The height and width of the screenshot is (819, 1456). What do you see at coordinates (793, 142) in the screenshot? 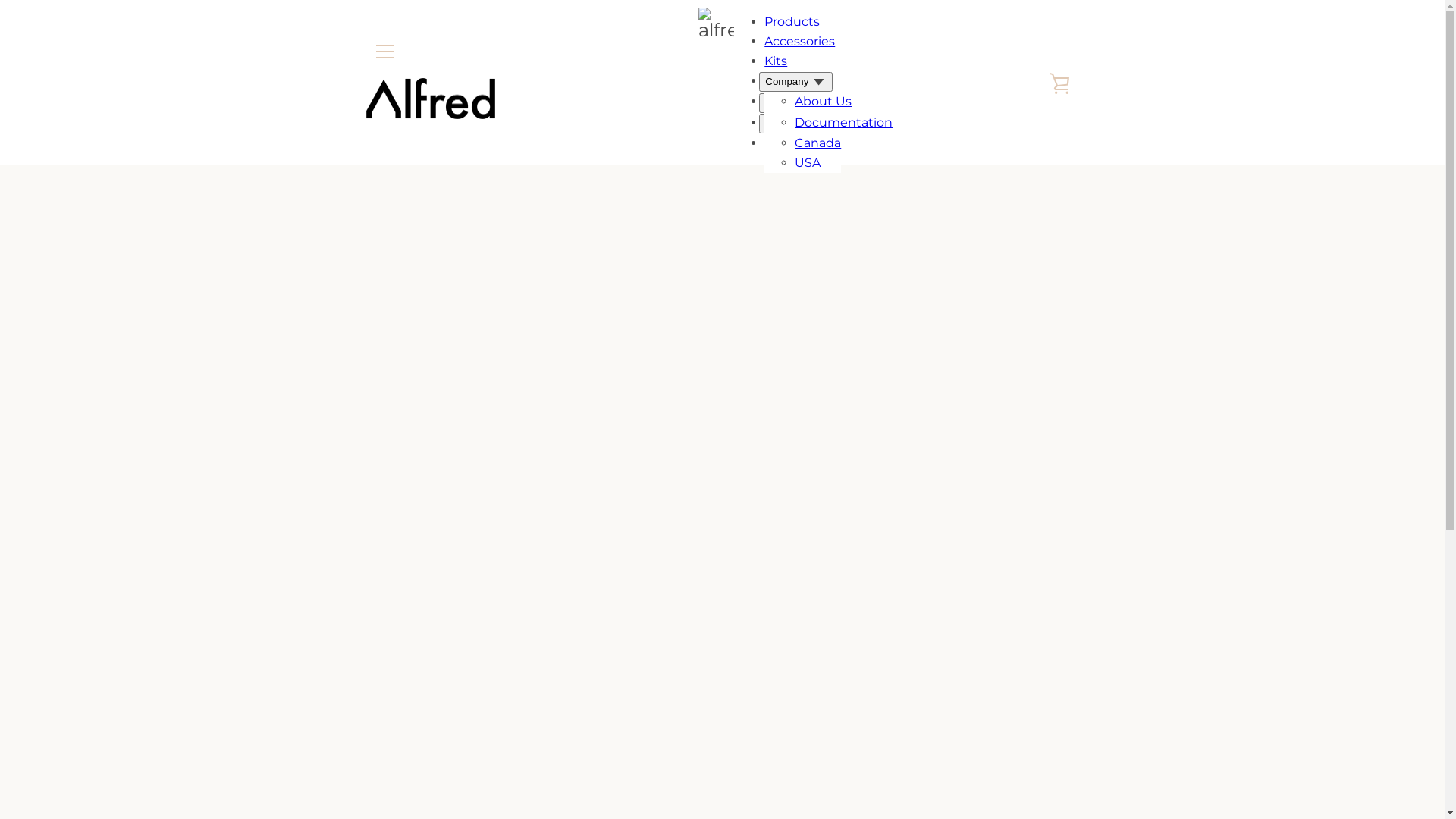
I see `'FAQ'` at bounding box center [793, 142].